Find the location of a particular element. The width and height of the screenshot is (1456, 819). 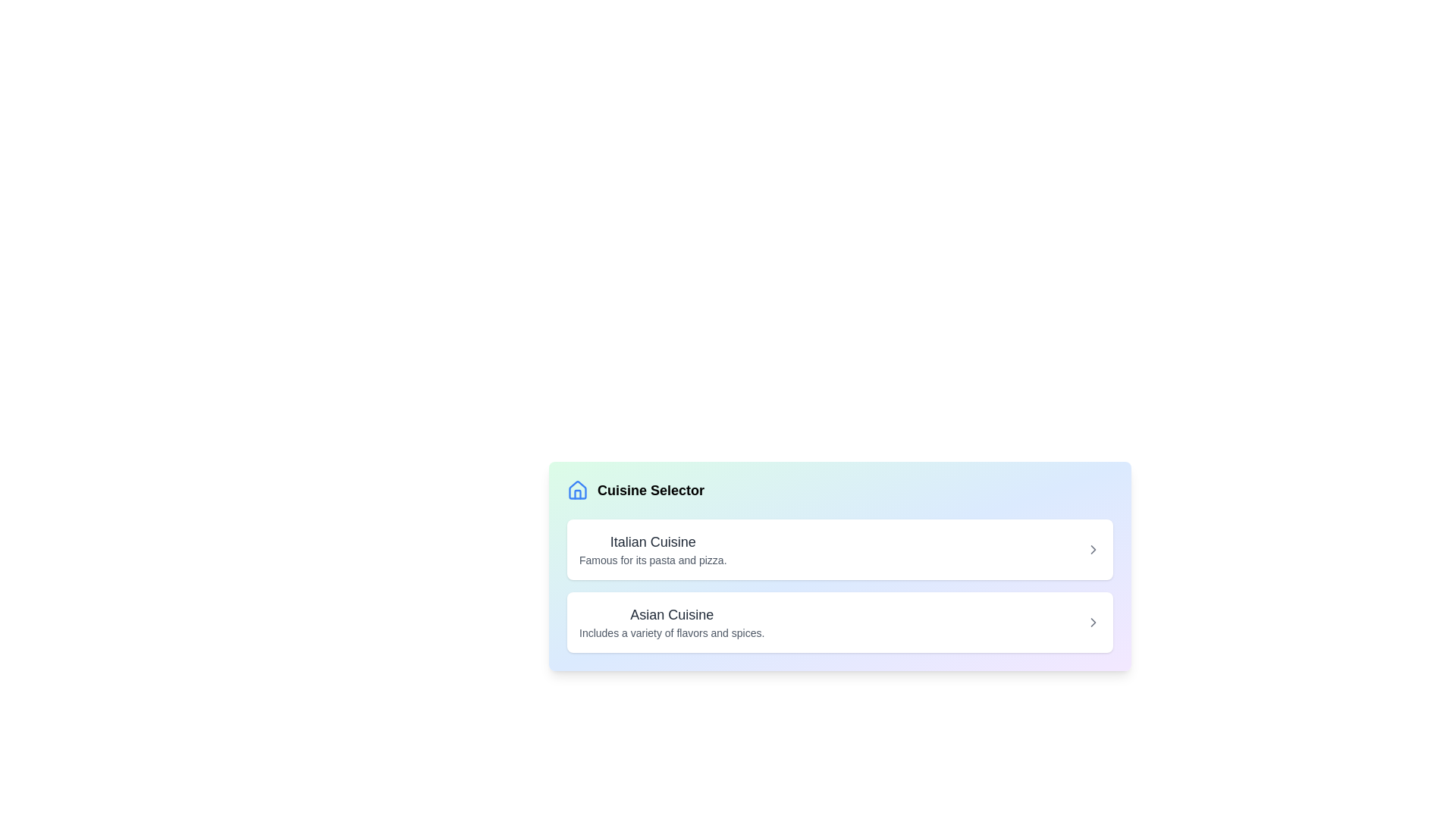

the second list item representing 'Asian Cuisine' is located at coordinates (839, 623).